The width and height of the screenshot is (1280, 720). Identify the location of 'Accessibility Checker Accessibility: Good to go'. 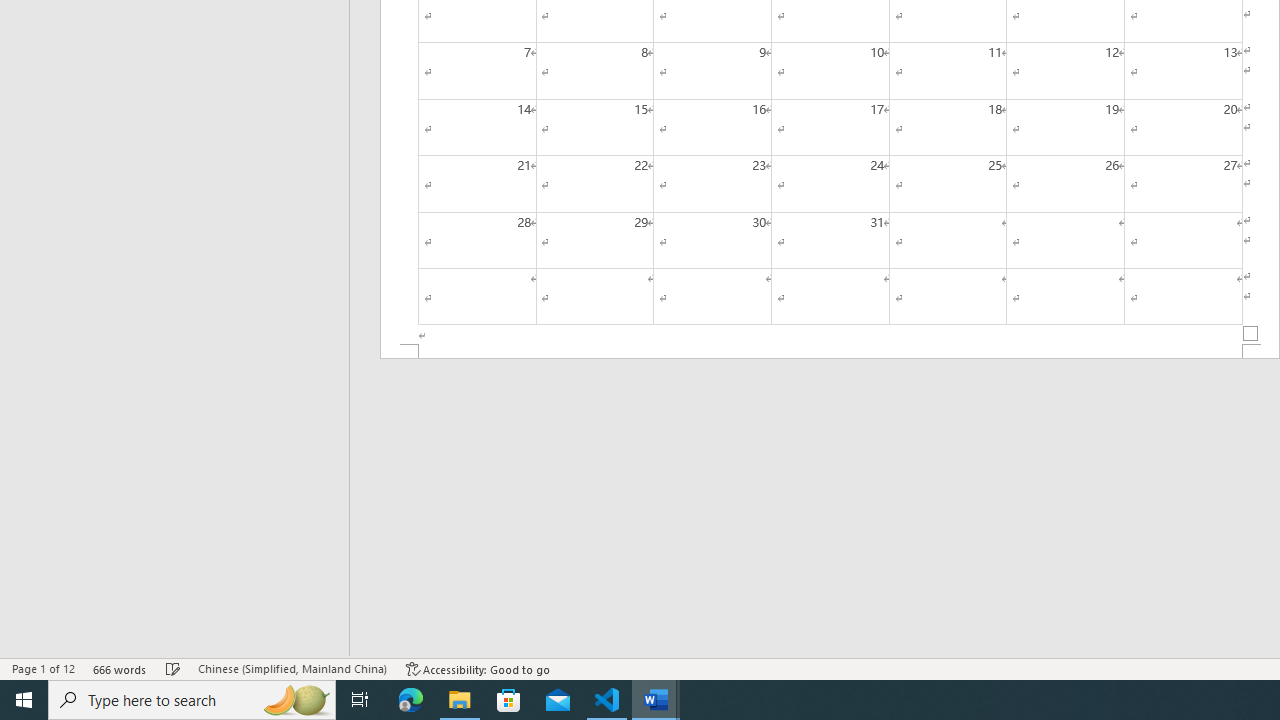
(477, 669).